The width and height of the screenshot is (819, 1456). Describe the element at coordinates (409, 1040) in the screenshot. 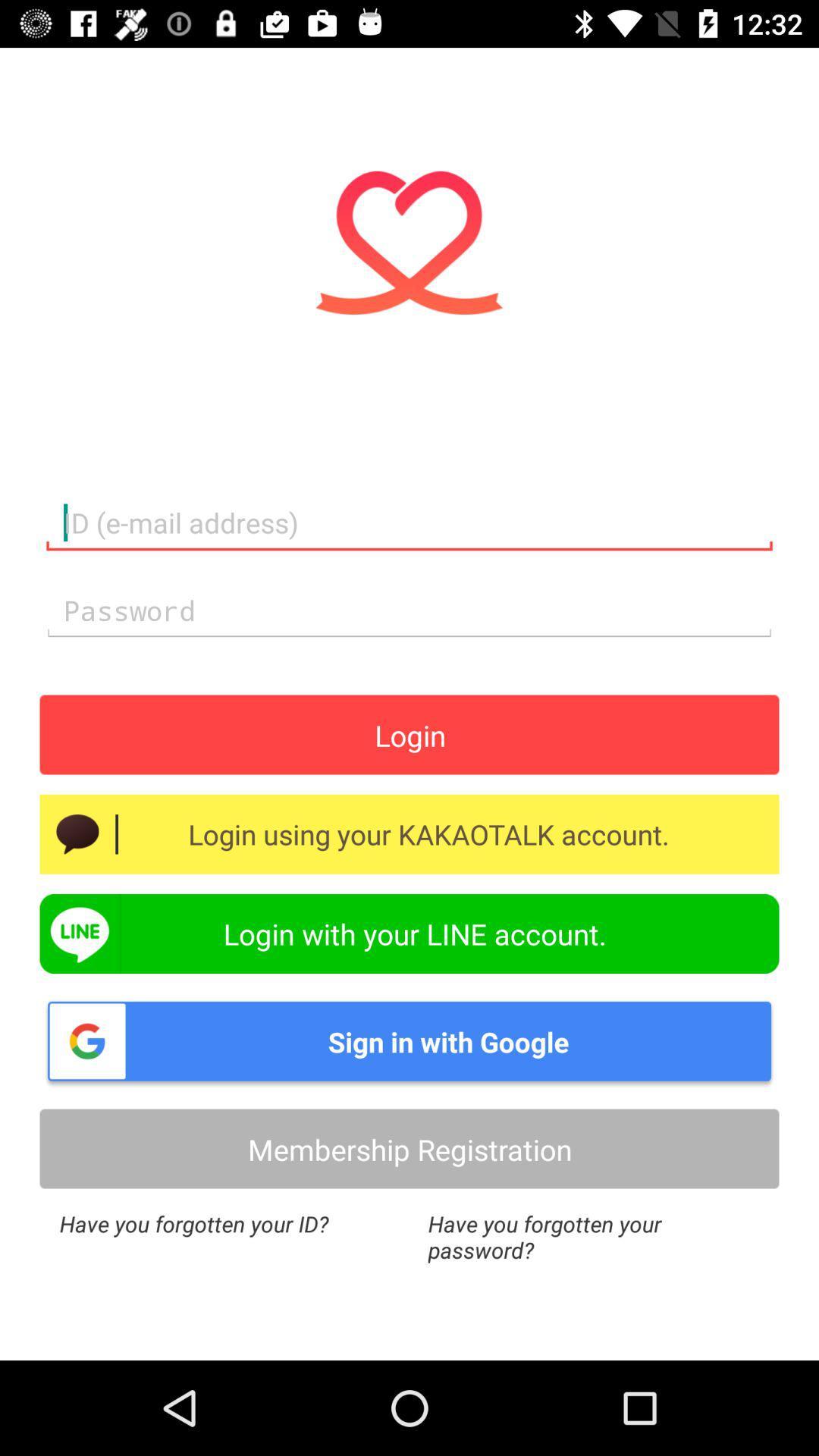

I see `the google sign in field above membership registration` at that location.